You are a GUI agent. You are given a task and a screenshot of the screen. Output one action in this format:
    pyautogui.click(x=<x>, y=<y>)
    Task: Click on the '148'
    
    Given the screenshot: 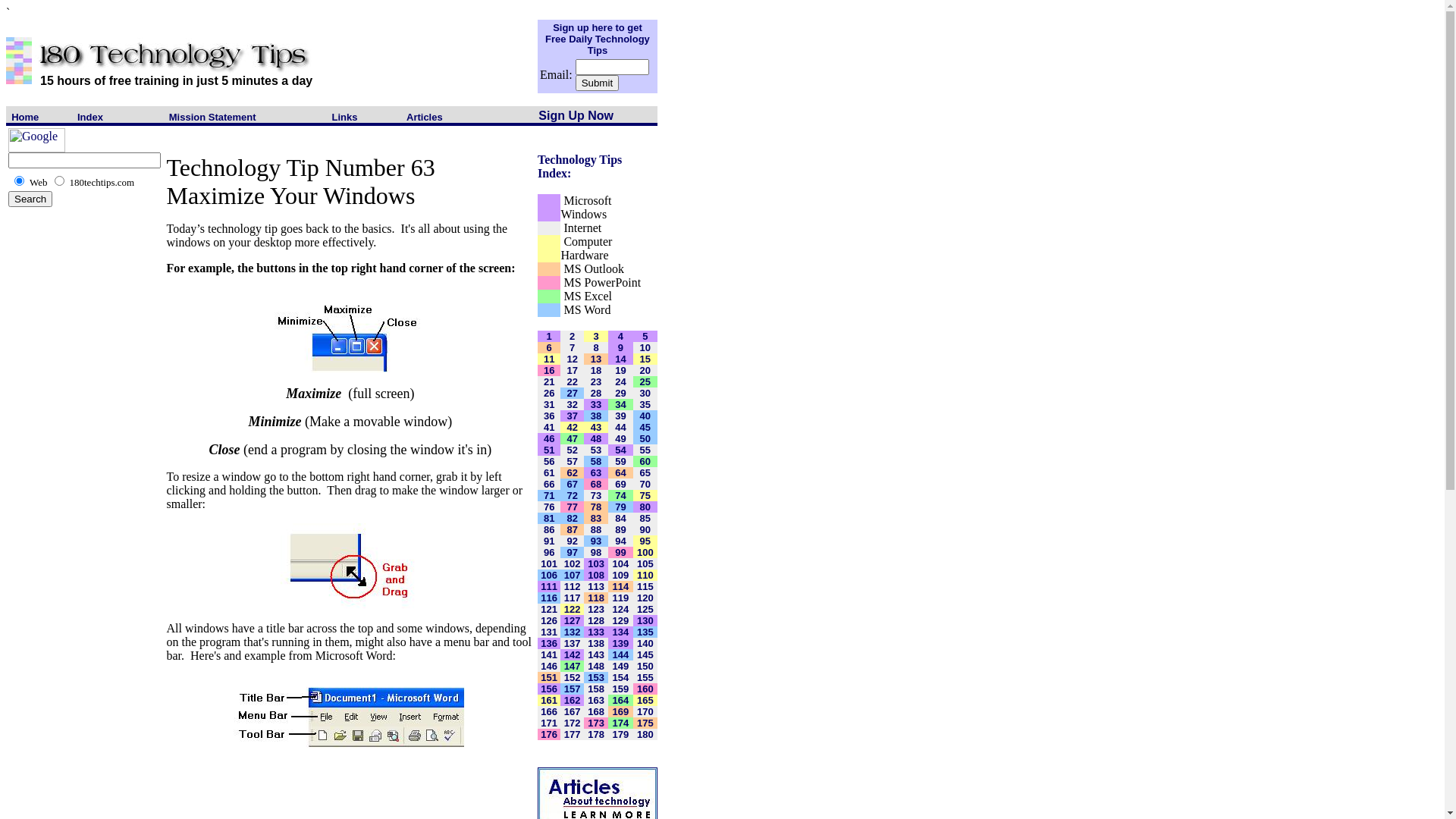 What is the action you would take?
    pyautogui.click(x=595, y=664)
    